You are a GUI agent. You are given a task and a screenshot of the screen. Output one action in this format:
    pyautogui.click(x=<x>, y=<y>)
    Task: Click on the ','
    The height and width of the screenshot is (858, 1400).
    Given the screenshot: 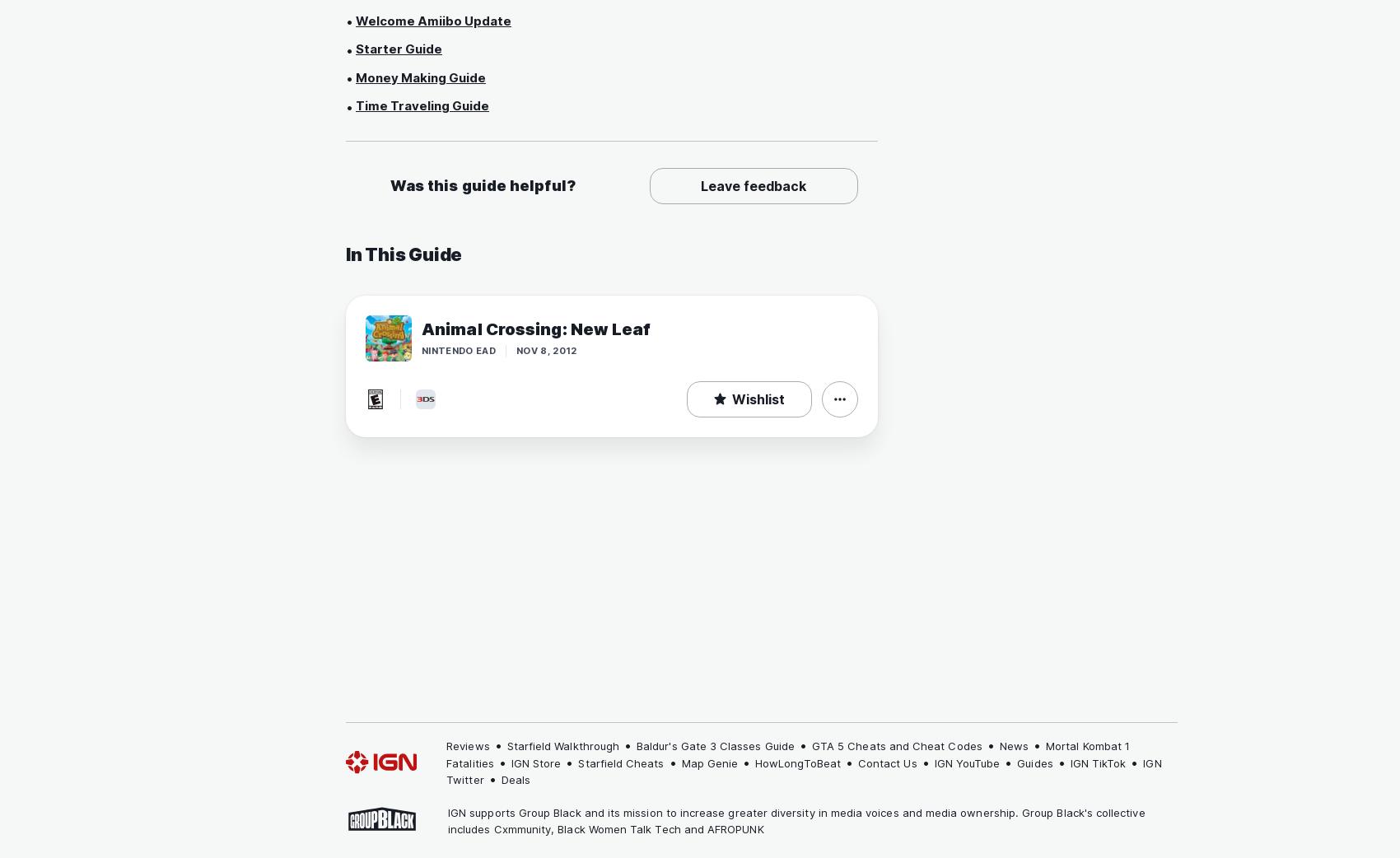 What is the action you would take?
    pyautogui.click(x=552, y=828)
    